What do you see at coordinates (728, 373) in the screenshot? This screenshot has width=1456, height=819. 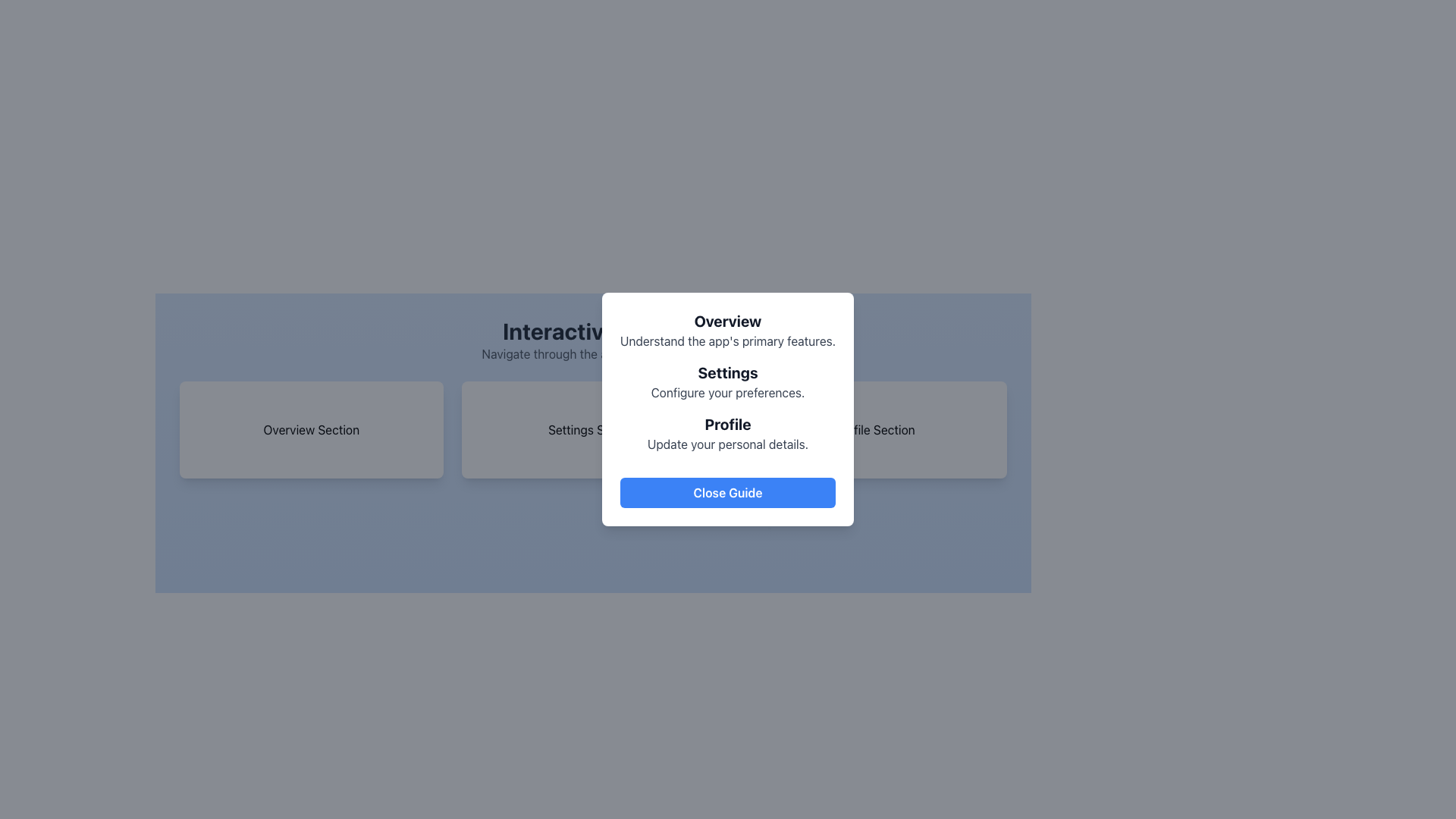 I see `the 'Settings' static text label, which is styled as a section title in bold, black font, located prominently on a white pop-up card` at bounding box center [728, 373].